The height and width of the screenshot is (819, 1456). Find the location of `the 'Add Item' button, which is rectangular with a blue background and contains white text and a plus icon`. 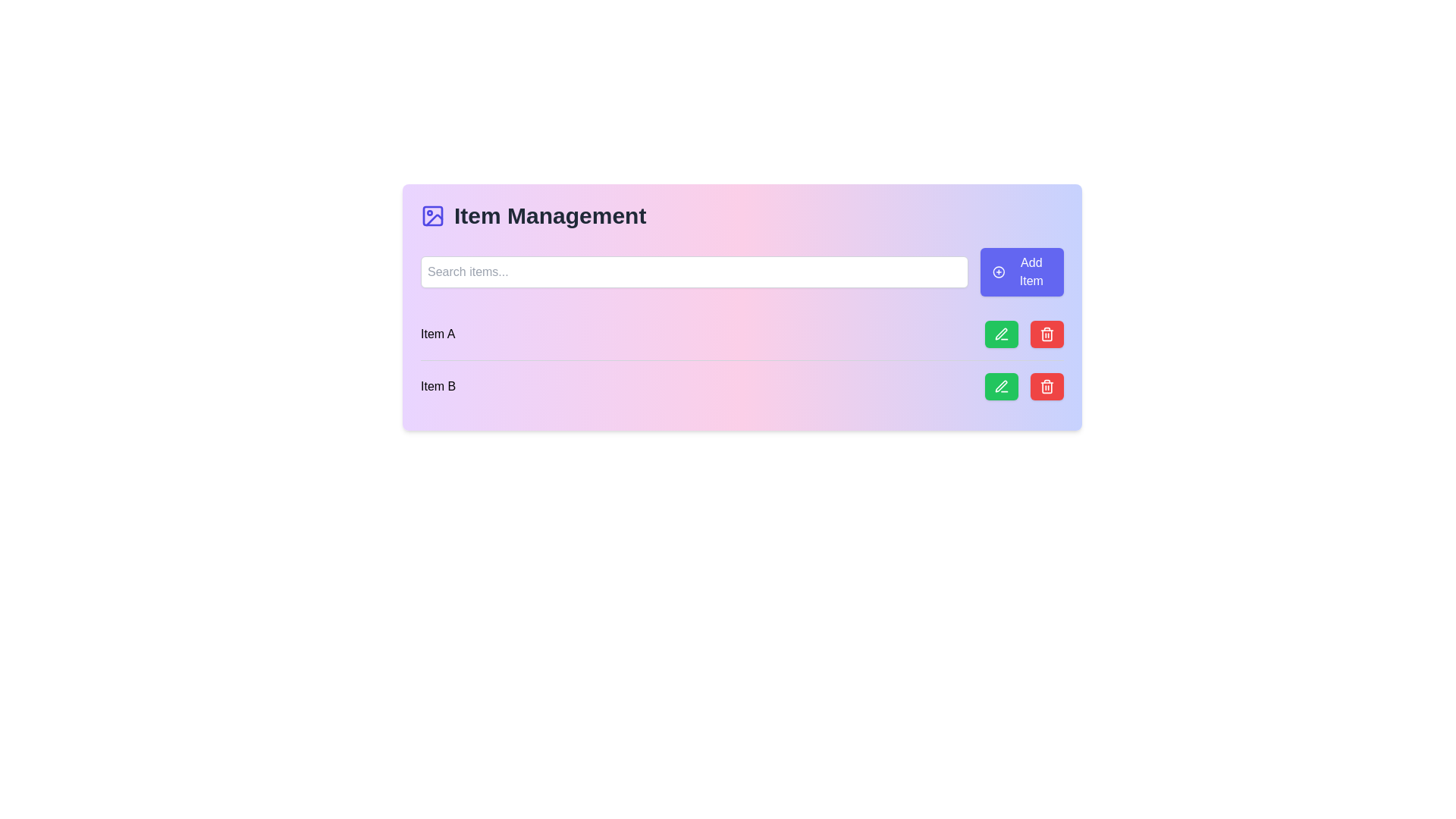

the 'Add Item' button, which is rectangular with a blue background and contains white text and a plus icon is located at coordinates (1022, 271).